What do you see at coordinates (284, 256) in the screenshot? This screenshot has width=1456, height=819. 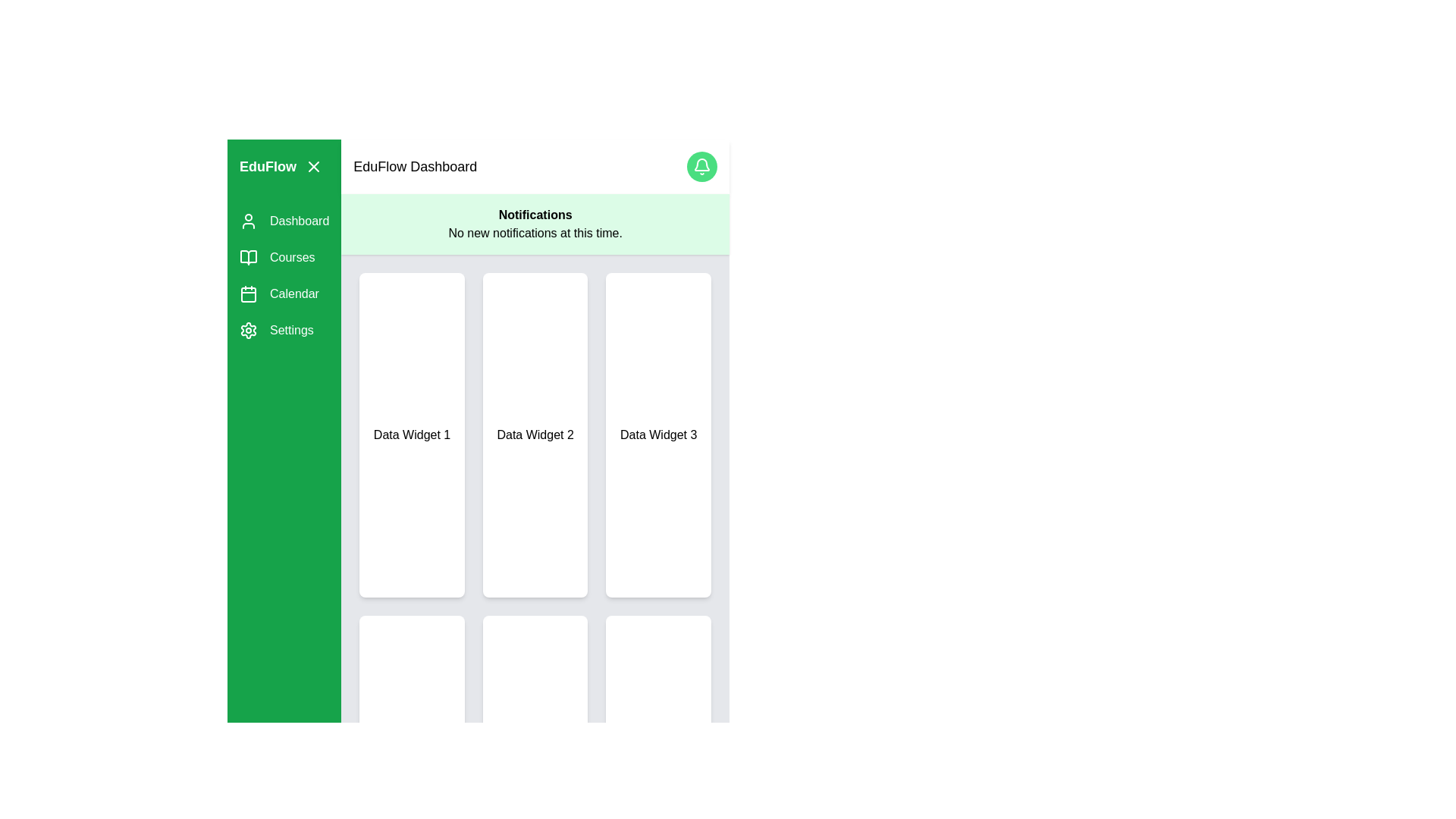 I see `the second navigational menu item that redirects to the 'Courses' section of the application` at bounding box center [284, 256].